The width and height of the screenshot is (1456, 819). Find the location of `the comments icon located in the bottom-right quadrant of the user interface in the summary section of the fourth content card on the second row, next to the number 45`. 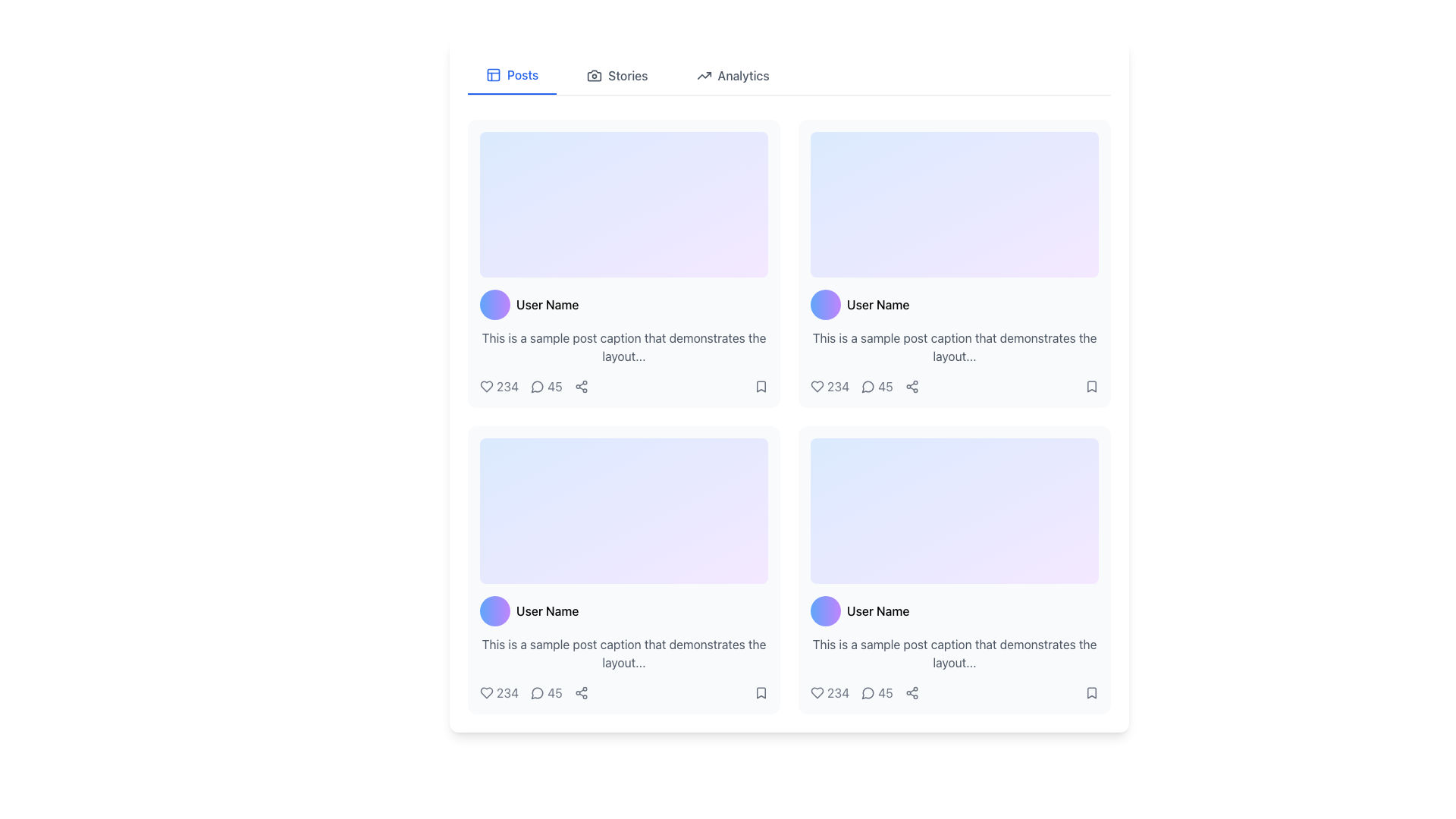

the comments icon located in the bottom-right quadrant of the user interface in the summary section of the fourth content card on the second row, next to the number 45 is located at coordinates (868, 693).